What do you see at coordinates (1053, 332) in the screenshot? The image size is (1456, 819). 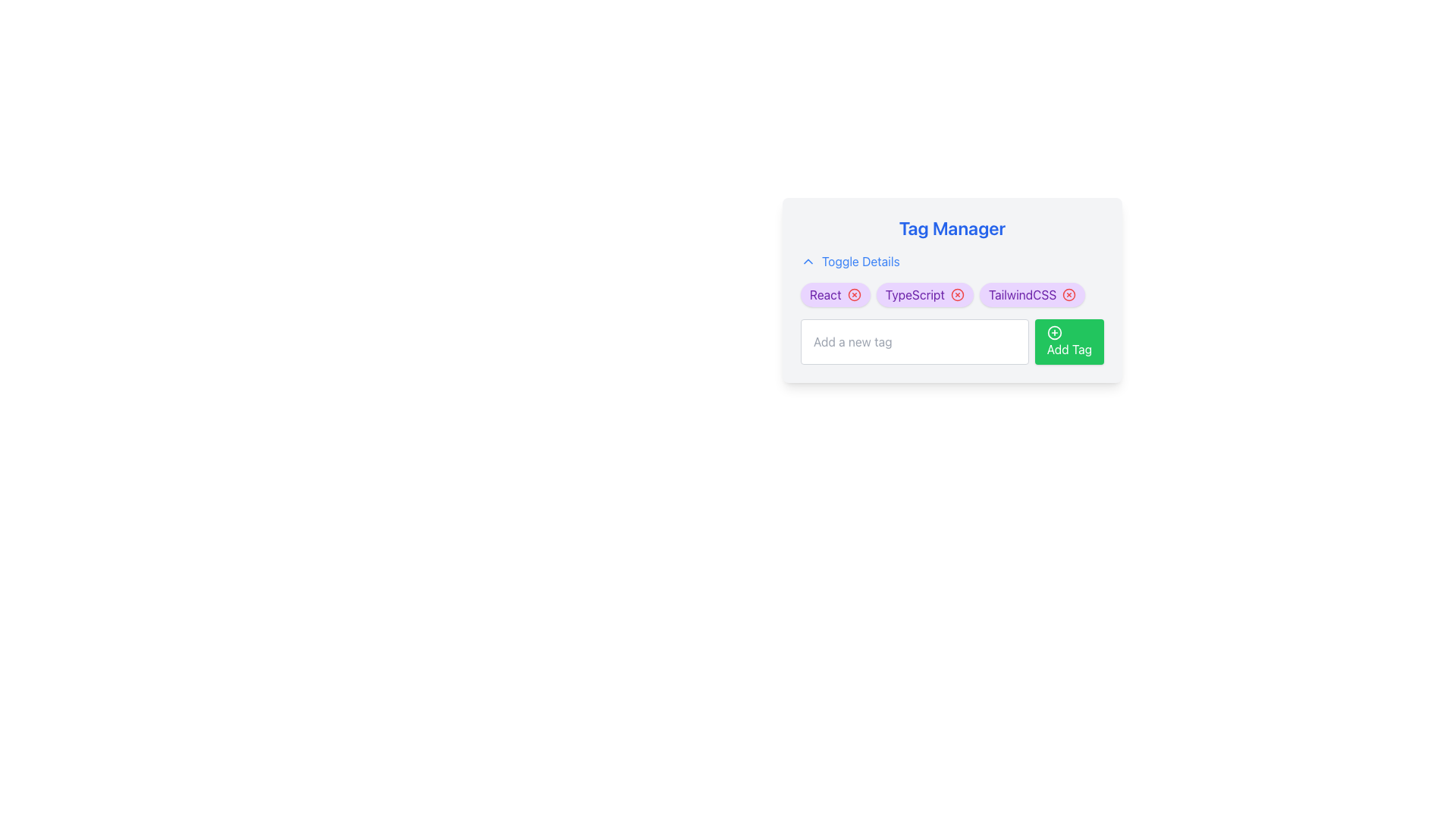 I see `the decorative icon of the 'Add Tag' button` at bounding box center [1053, 332].